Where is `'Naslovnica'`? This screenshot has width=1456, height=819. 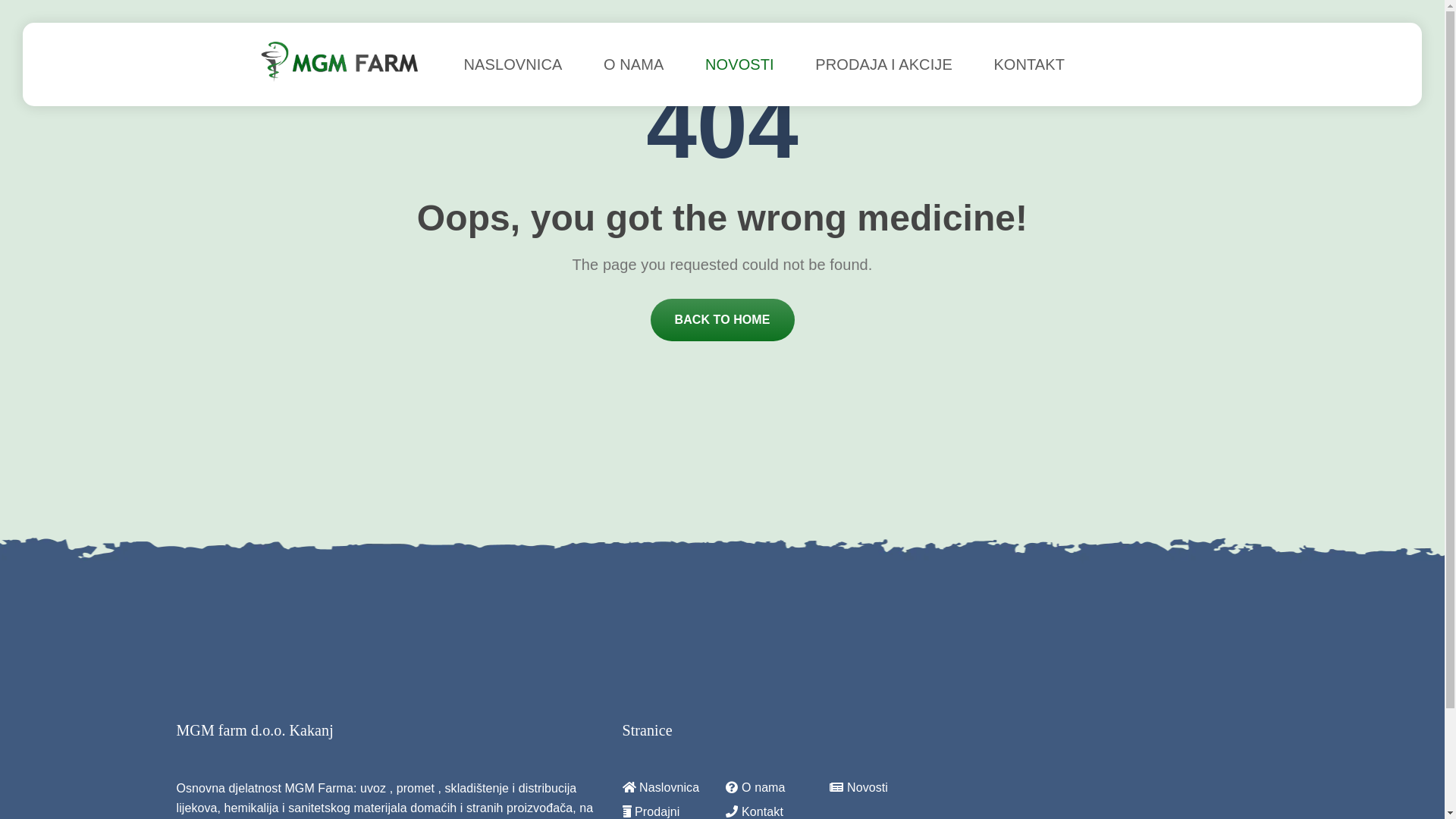 'Naslovnica' is located at coordinates (622, 786).